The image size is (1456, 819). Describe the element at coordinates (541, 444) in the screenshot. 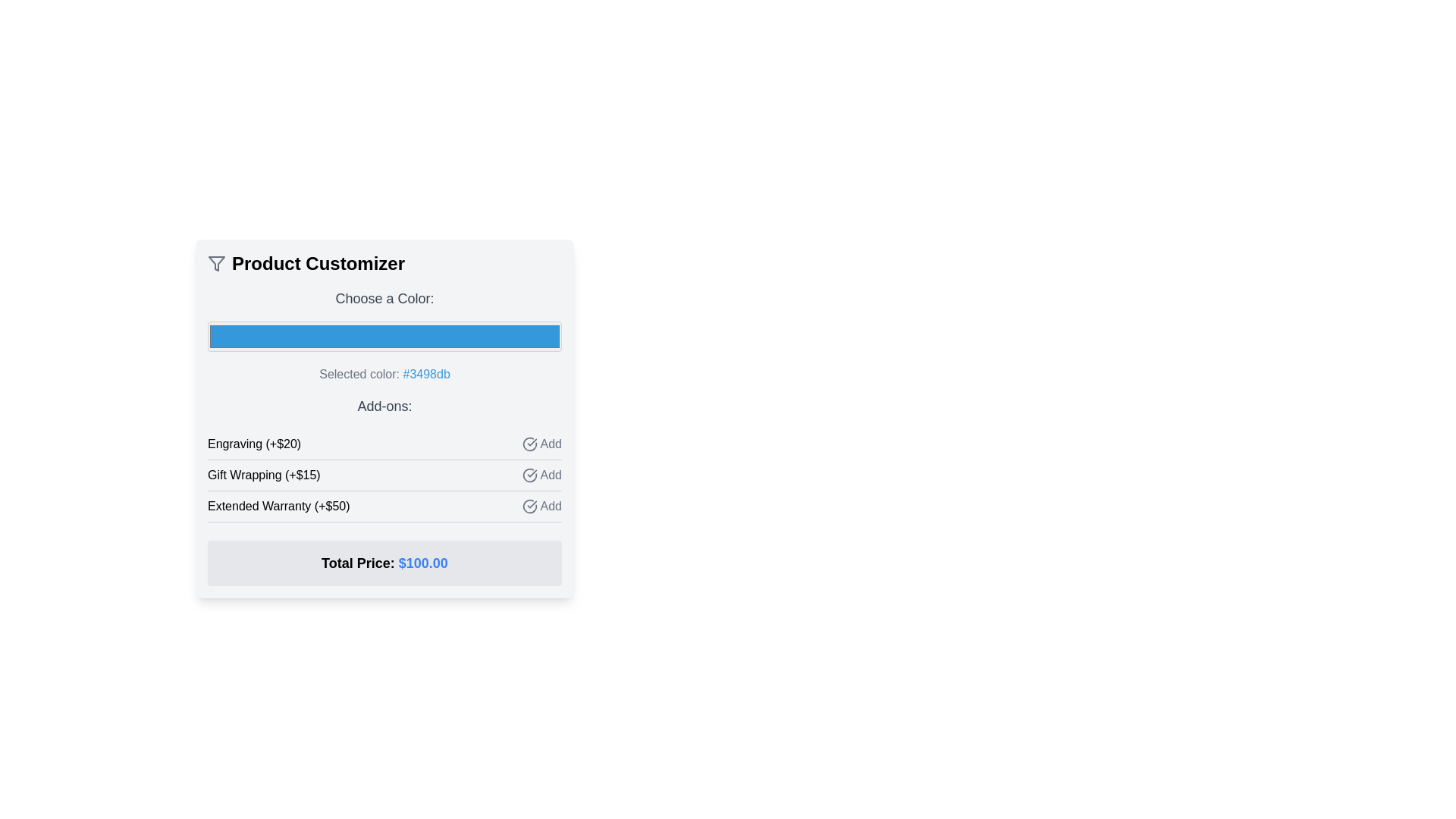

I see `the 'Add' button with a checkmark icon located on the right side of the 'Engraving (+$20)' labeled row in the 'Product Customizer' module` at that location.